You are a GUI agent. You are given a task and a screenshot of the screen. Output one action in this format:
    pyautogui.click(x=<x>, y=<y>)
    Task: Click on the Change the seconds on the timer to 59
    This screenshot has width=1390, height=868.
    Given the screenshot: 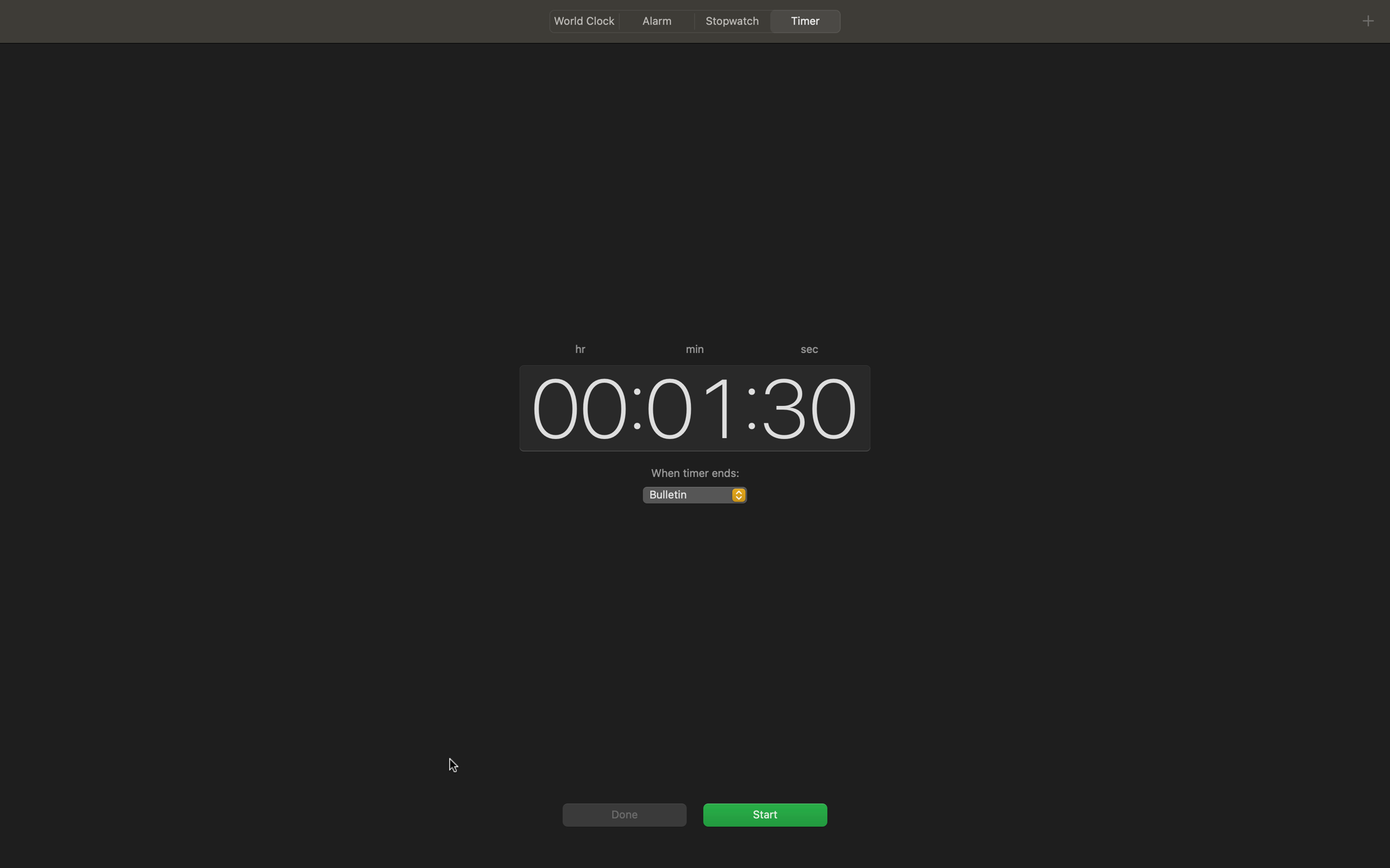 What is the action you would take?
    pyautogui.click(x=810, y=405)
    